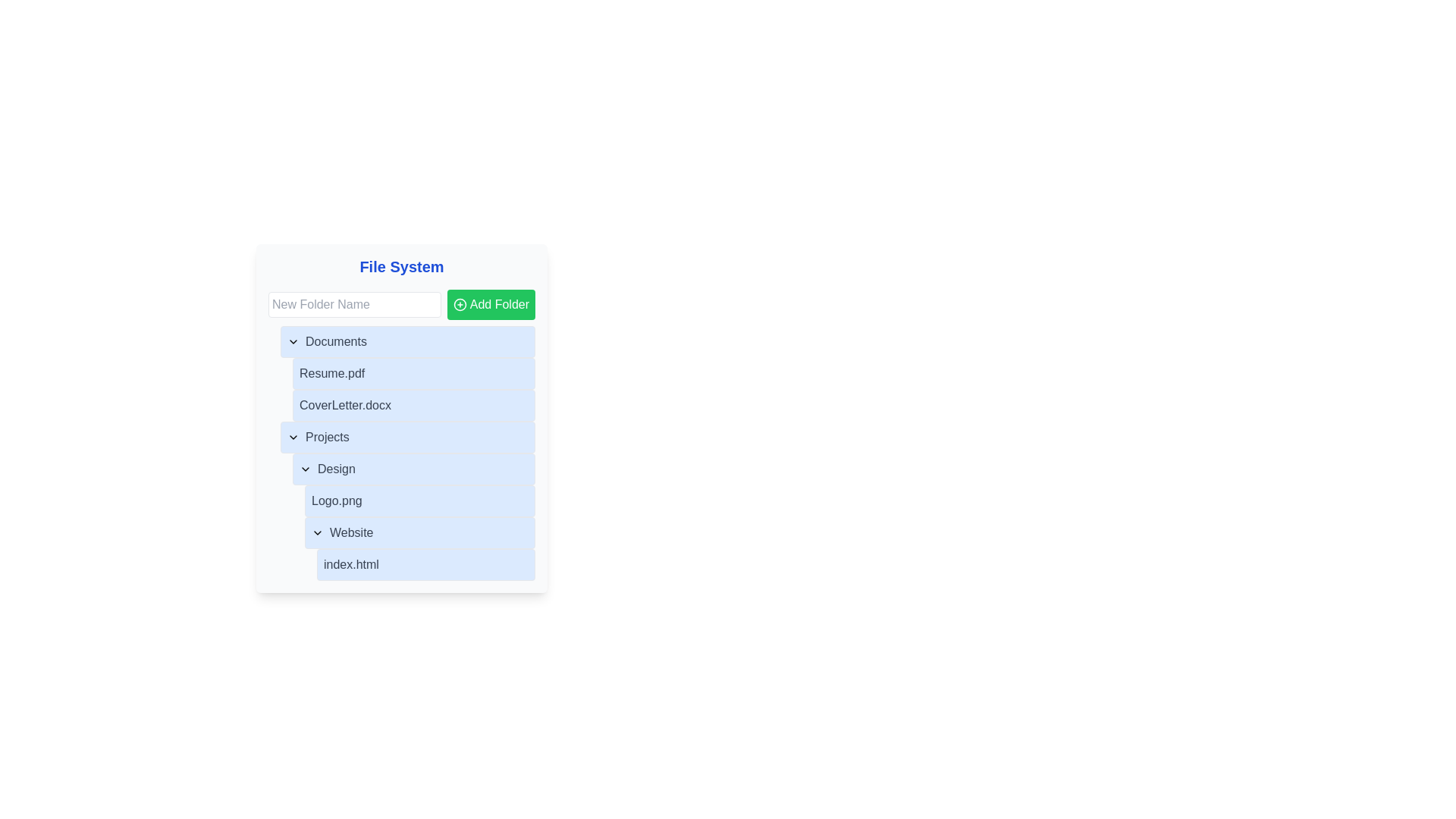 This screenshot has height=819, width=1456. What do you see at coordinates (305, 468) in the screenshot?
I see `the collapsible SVG icon located to the left of the 'Design' folder title` at bounding box center [305, 468].